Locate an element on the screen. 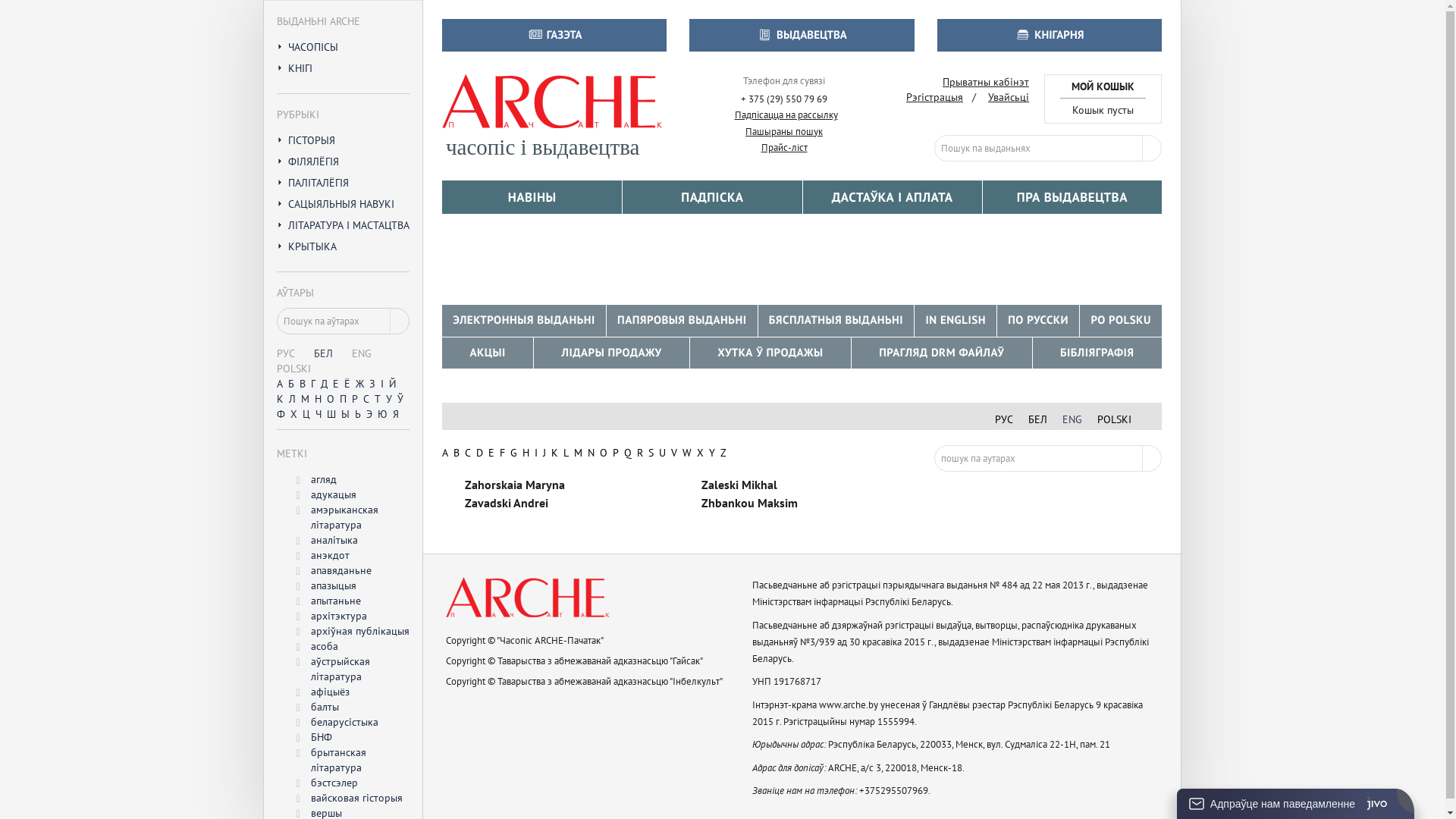  'H' is located at coordinates (526, 452).